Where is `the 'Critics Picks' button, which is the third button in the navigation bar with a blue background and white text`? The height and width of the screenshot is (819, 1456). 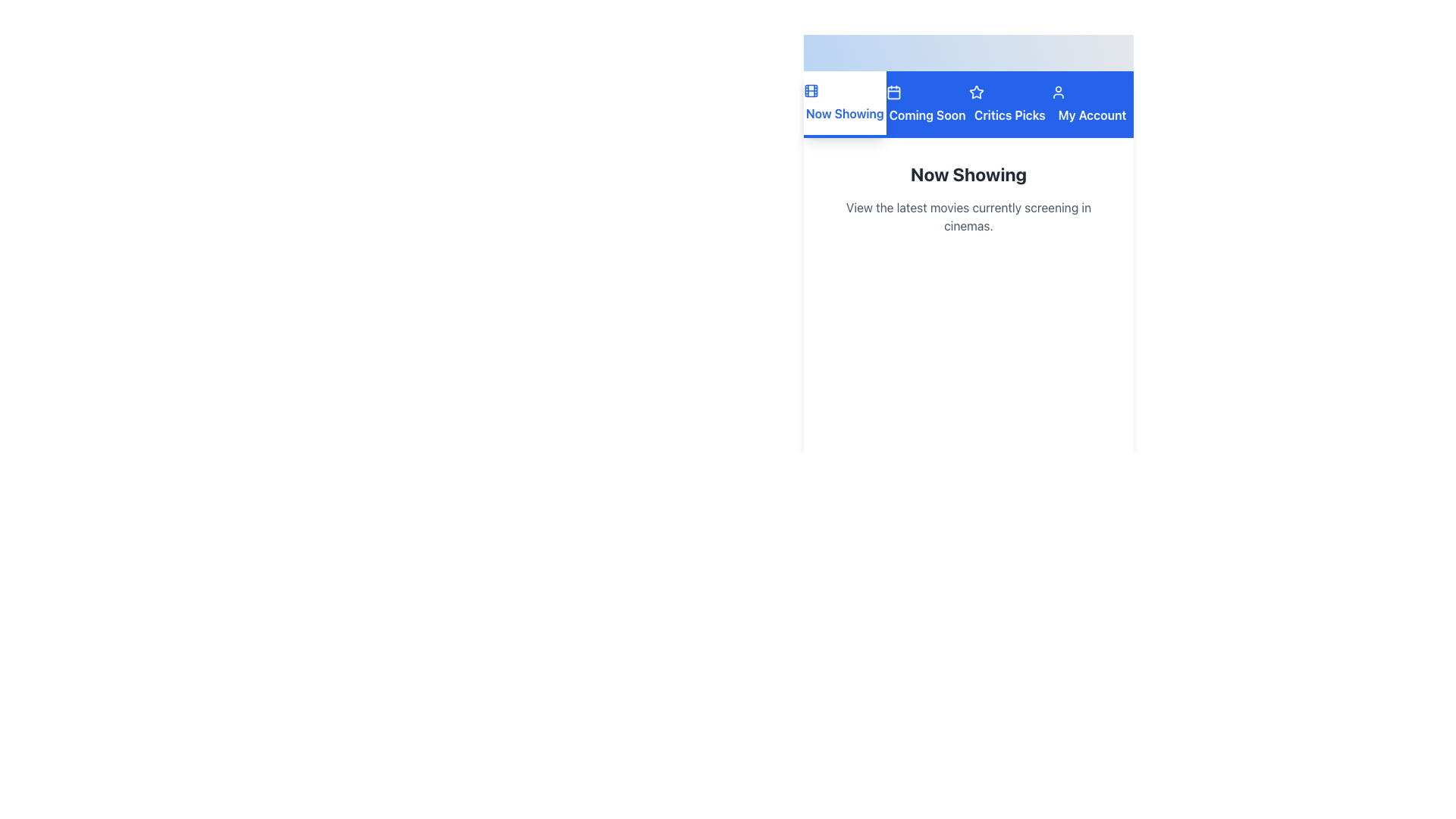
the 'Critics Picks' button, which is the third button in the navigation bar with a blue background and white text is located at coordinates (1009, 104).